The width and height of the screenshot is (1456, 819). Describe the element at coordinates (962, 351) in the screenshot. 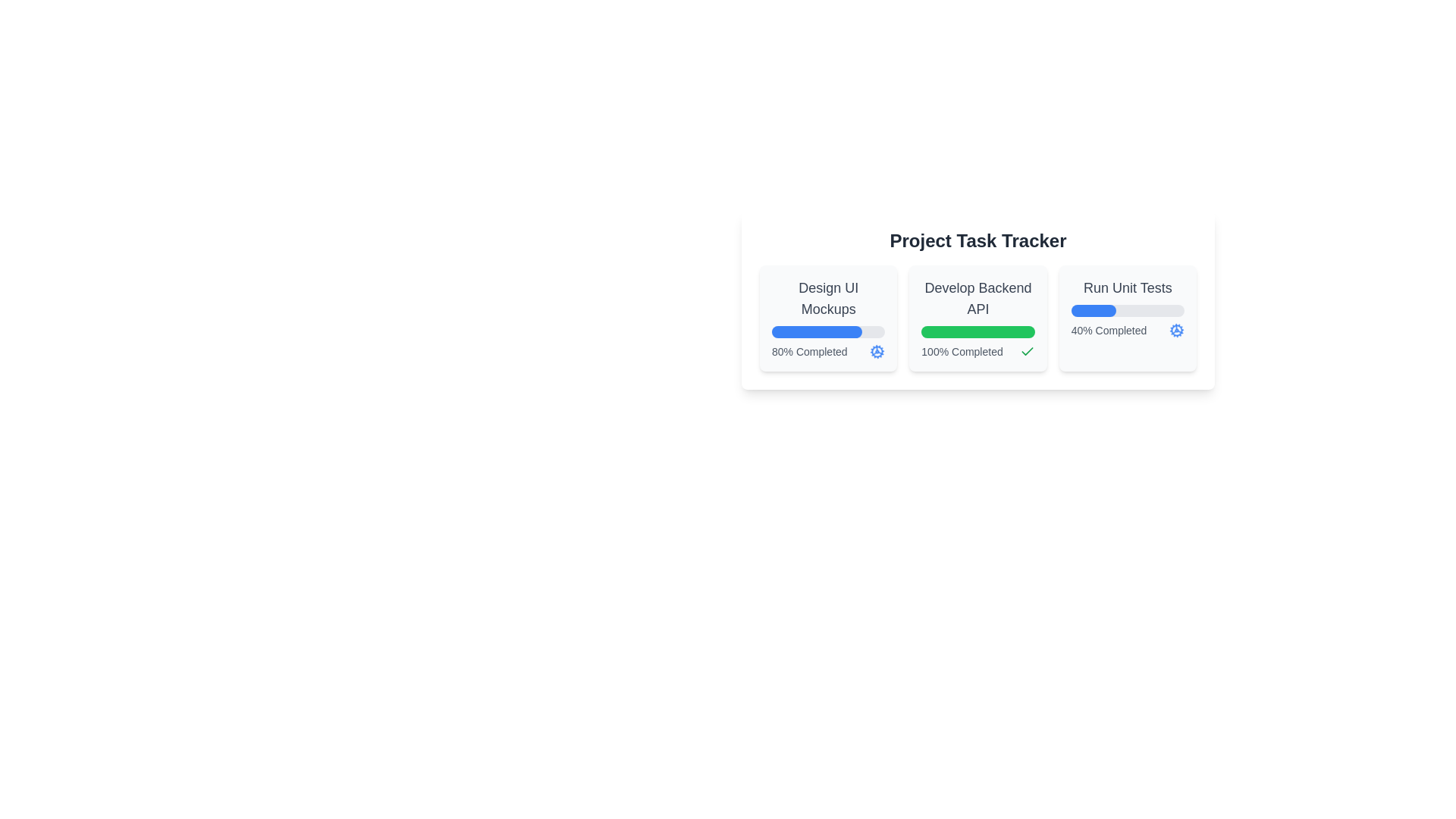

I see `text label displaying '100% Completed' located at the bottom-left corner of the 'Develop Backend API' task card to understand the completion status` at that location.